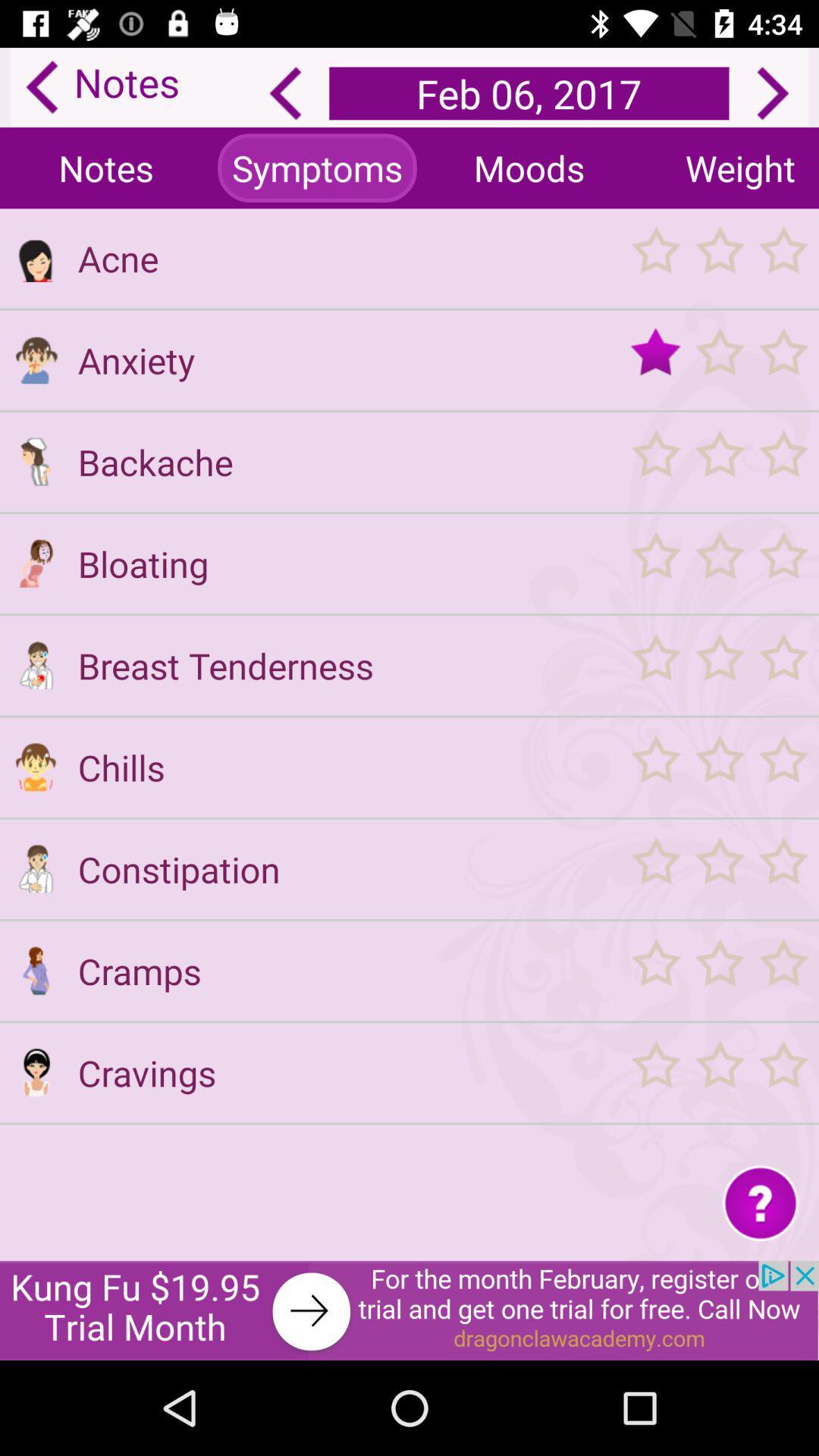 The image size is (819, 1456). I want to click on anxiety description, so click(35, 359).